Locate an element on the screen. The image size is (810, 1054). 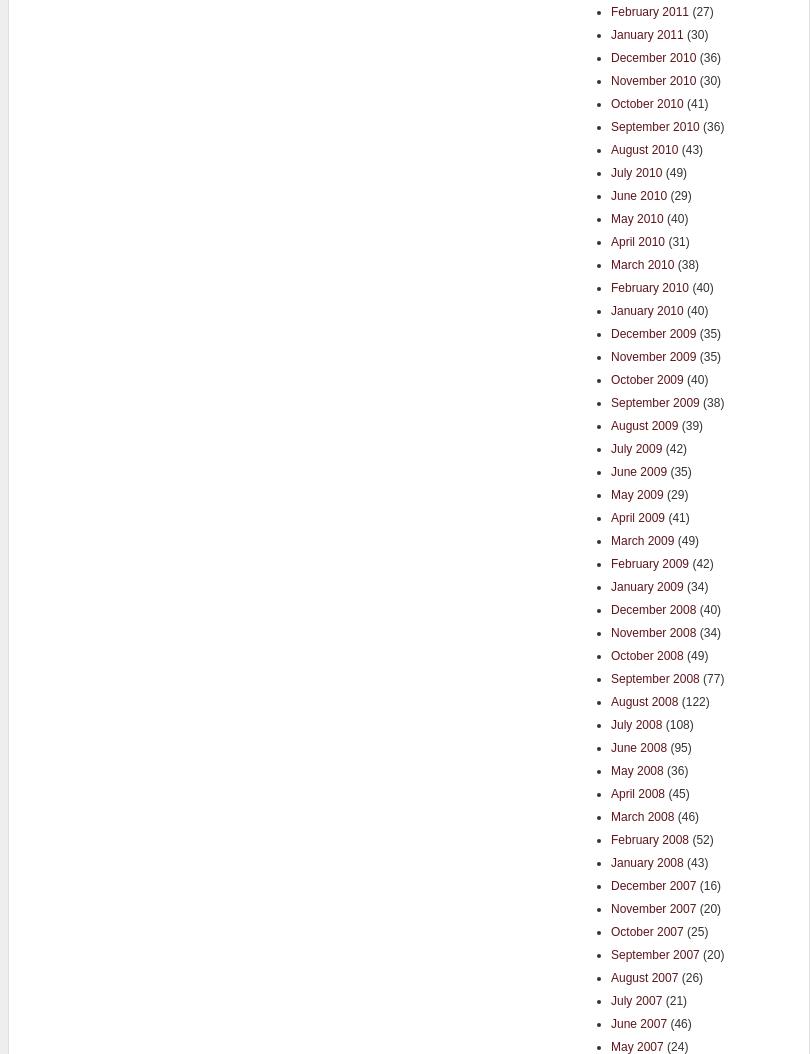
'January 2008' is located at coordinates (646, 861).